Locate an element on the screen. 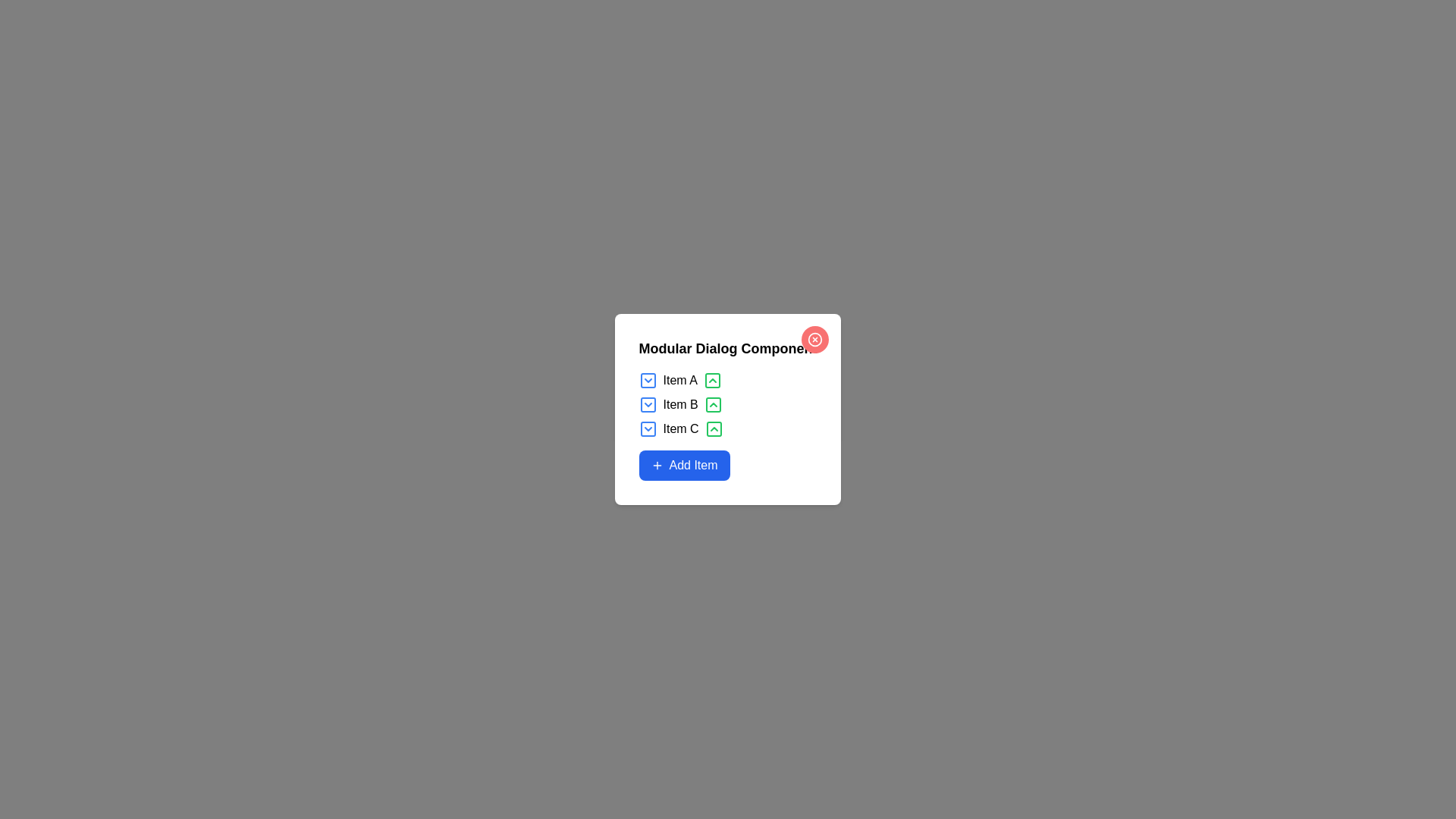 Image resolution: width=1456 pixels, height=819 pixels. up arrow of Item B is located at coordinates (712, 403).